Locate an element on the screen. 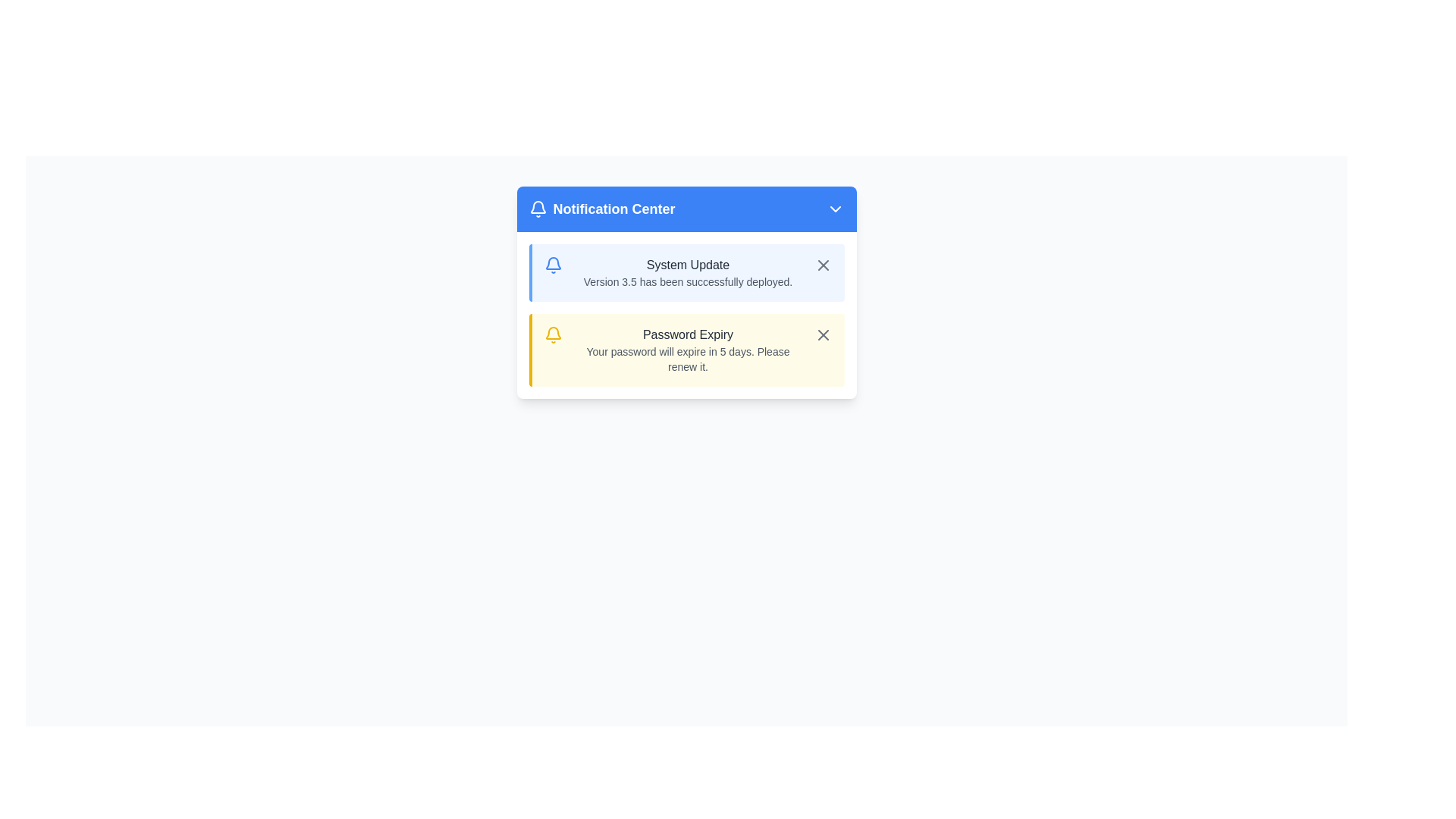 The width and height of the screenshot is (1456, 819). the bell-shaped icon with a blue background and white outlines, located to the left of the 'Notification Center' text is located at coordinates (538, 209).